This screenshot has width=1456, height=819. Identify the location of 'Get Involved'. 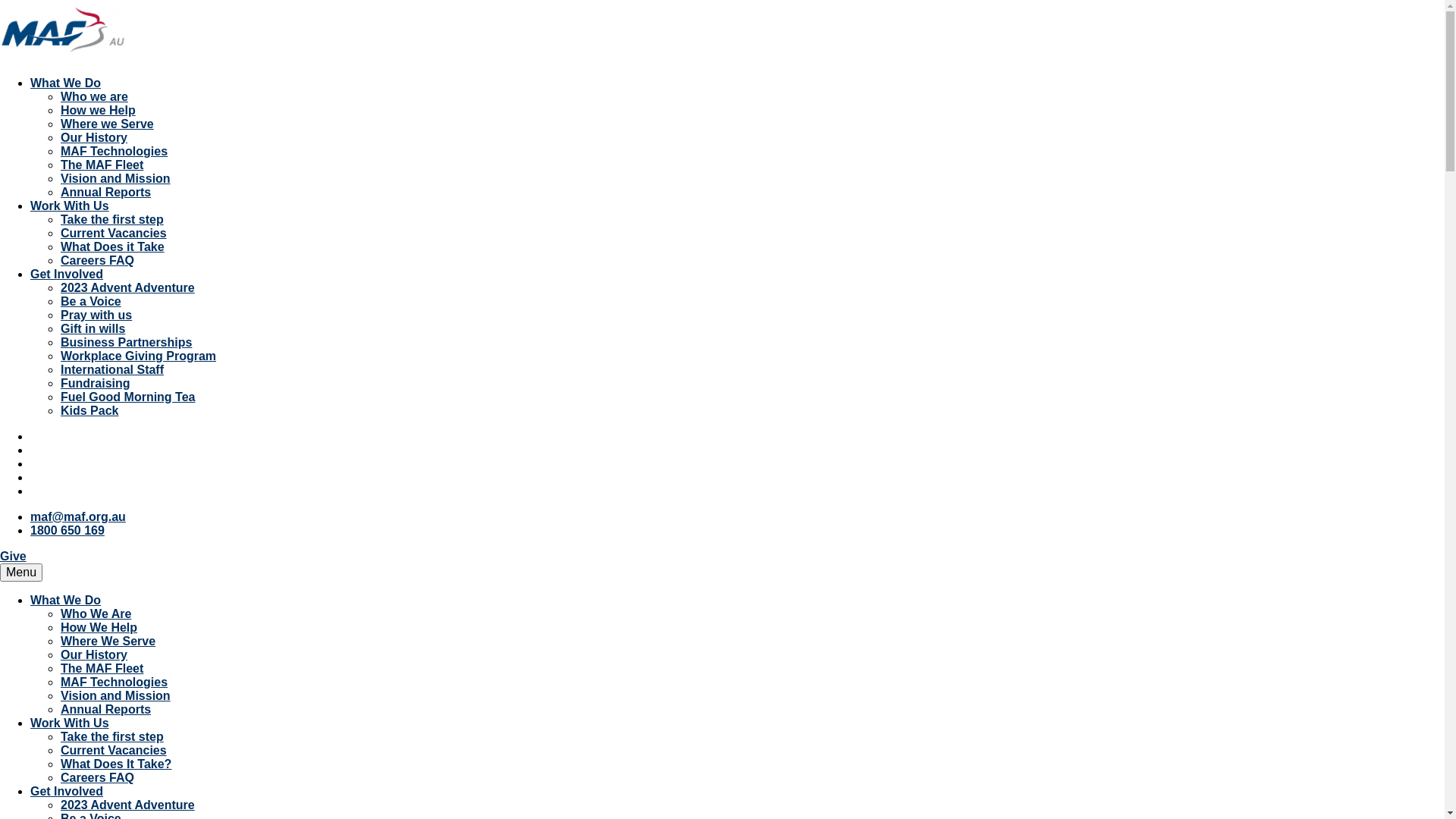
(65, 790).